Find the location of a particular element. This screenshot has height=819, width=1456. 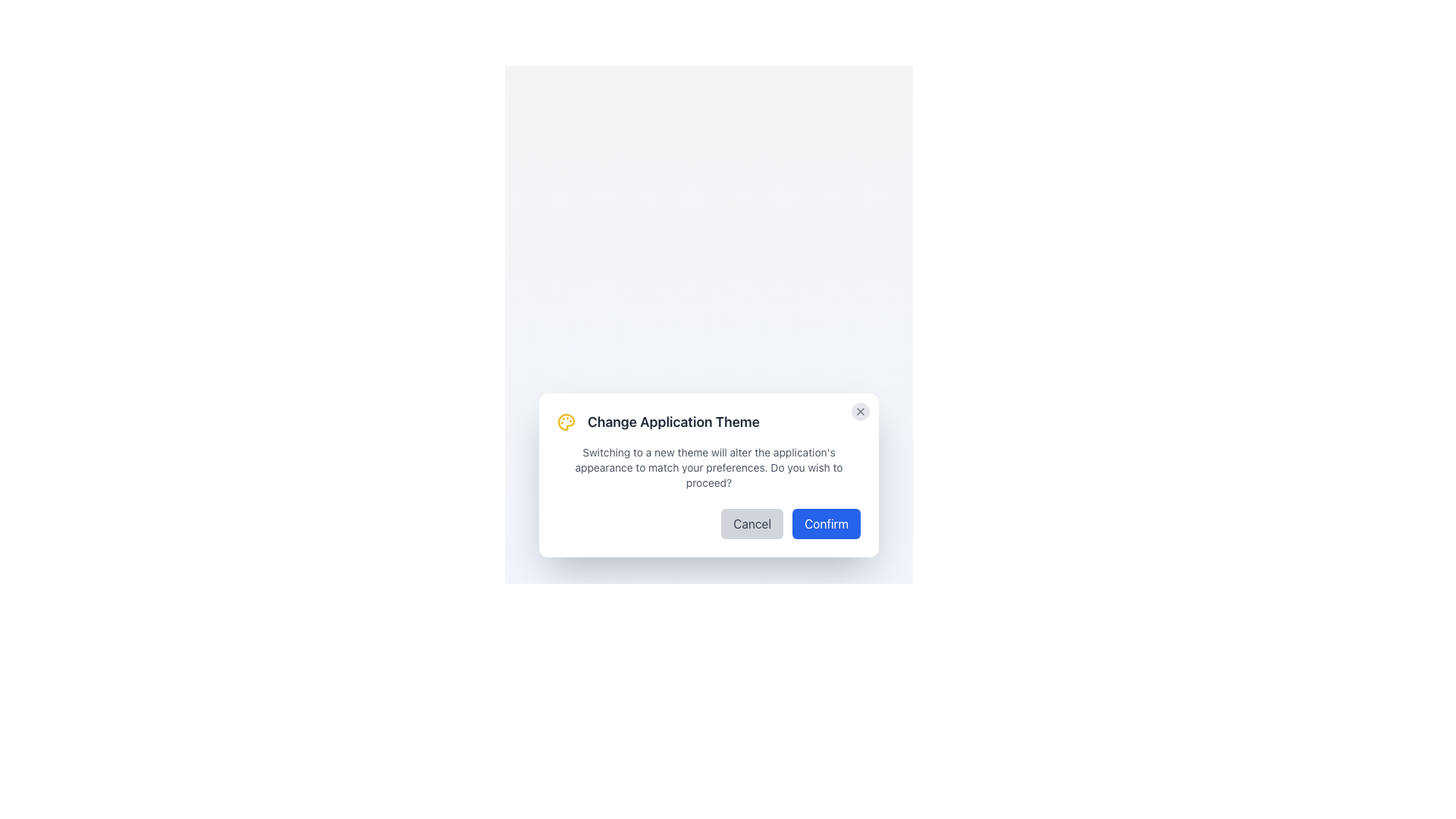

the cancel button located at the bottom left of the dialog box is located at coordinates (752, 522).